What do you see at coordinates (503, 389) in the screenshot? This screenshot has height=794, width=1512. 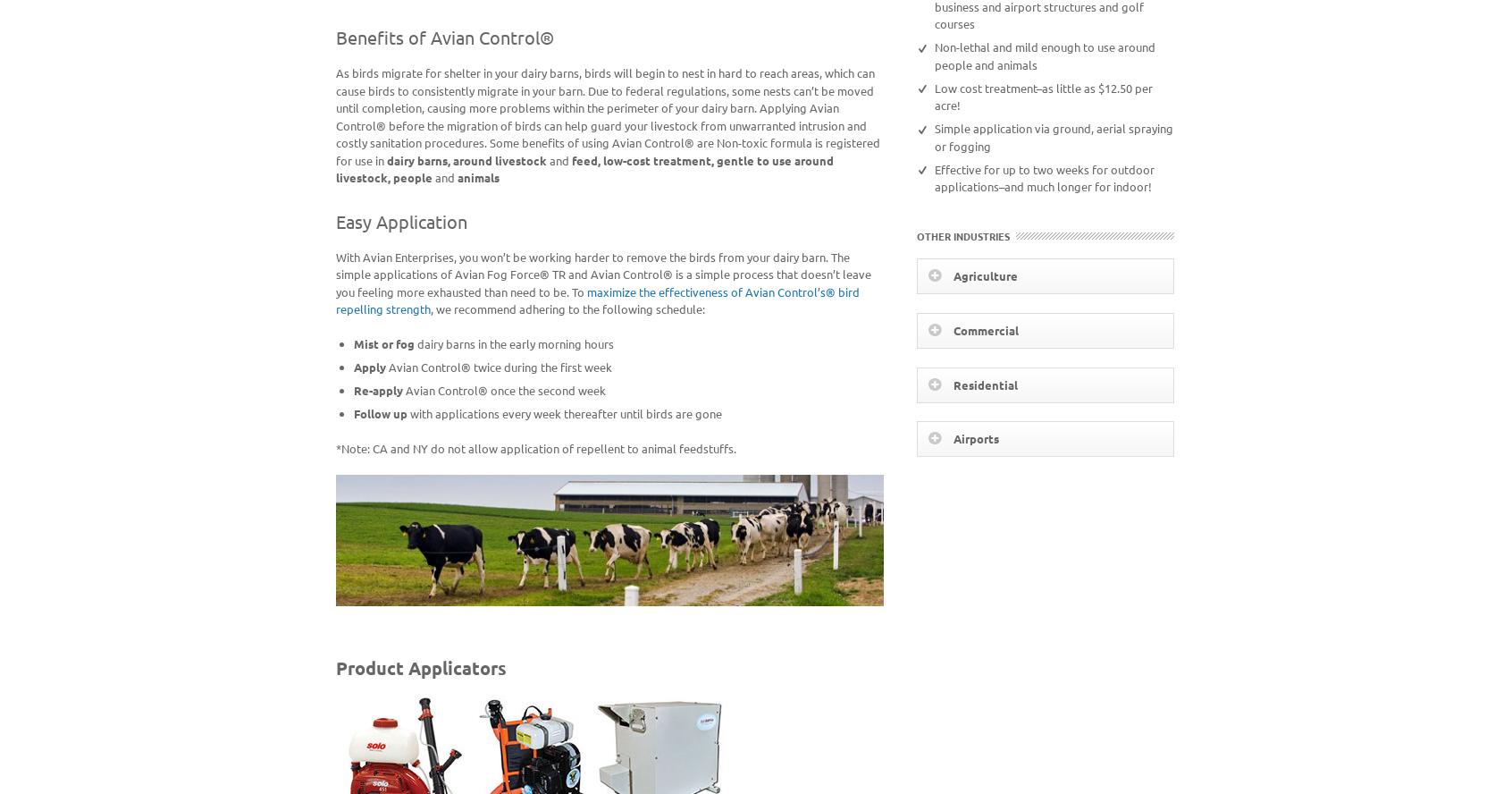 I see `'Avian Control® once the second week'` at bounding box center [503, 389].